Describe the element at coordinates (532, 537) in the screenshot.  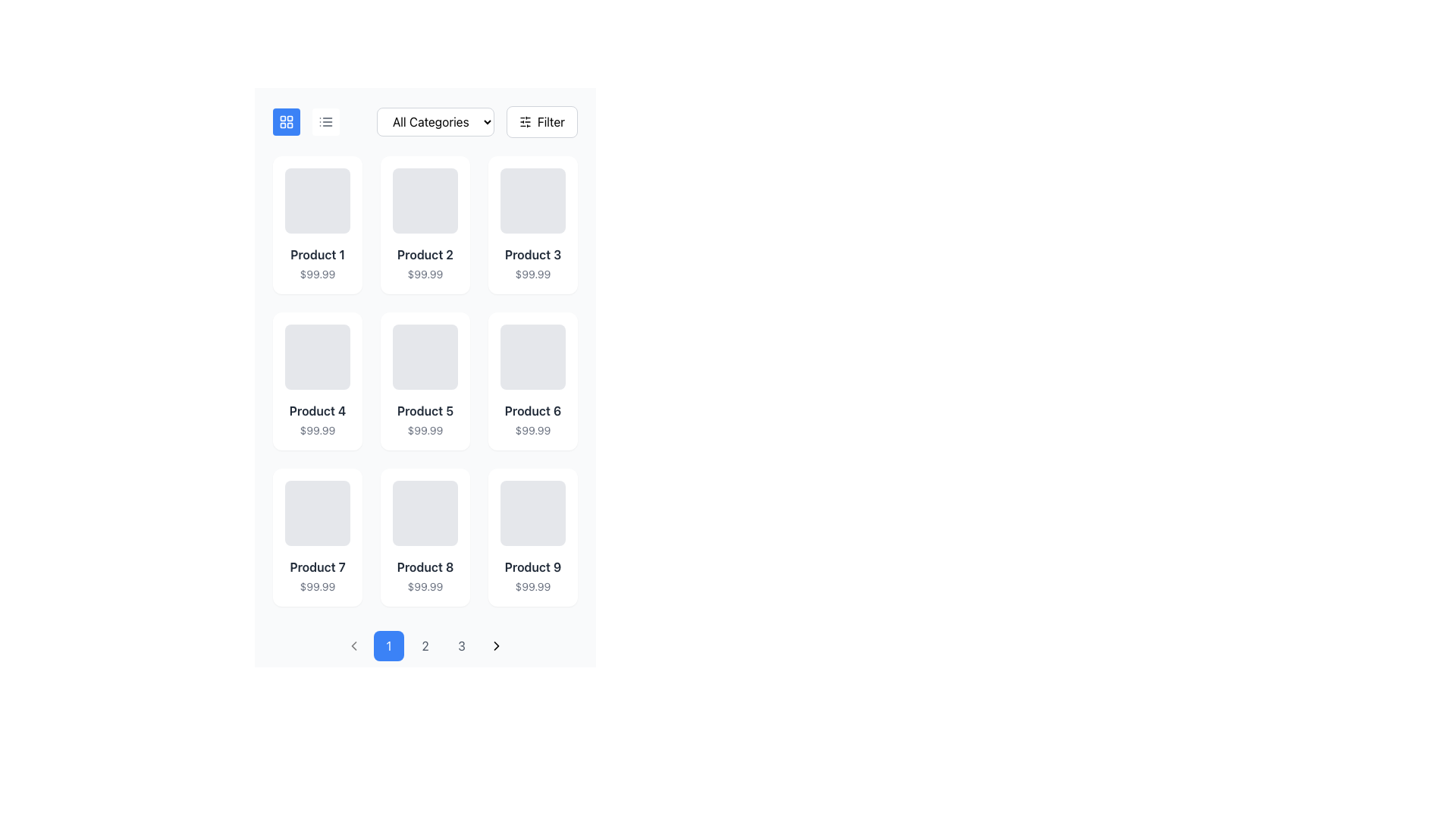
I see `the product display card located at the bottom-right position of the grid` at that location.